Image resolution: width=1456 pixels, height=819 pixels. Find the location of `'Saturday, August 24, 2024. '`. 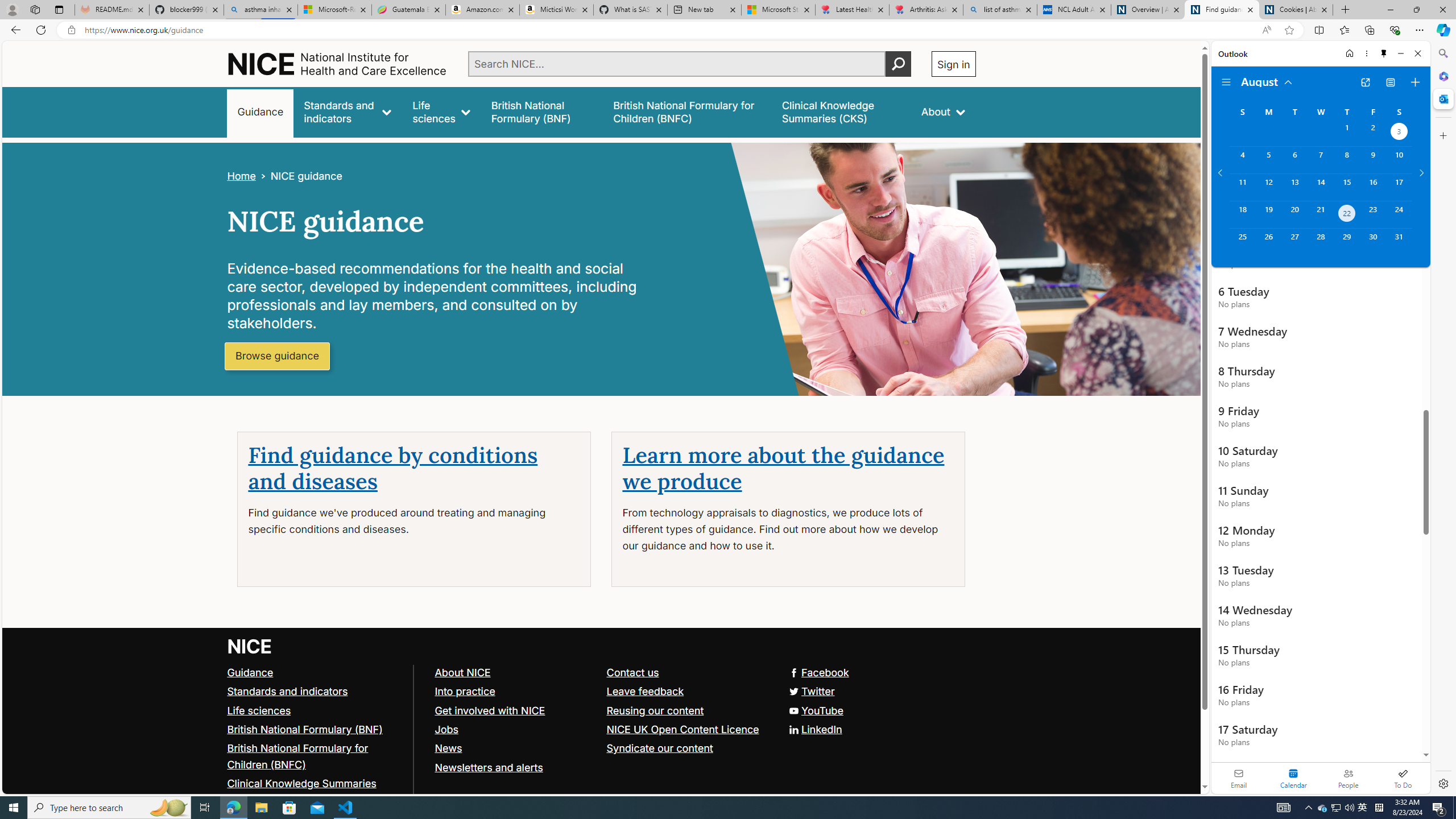

'Saturday, August 24, 2024. ' is located at coordinates (1399, 214).